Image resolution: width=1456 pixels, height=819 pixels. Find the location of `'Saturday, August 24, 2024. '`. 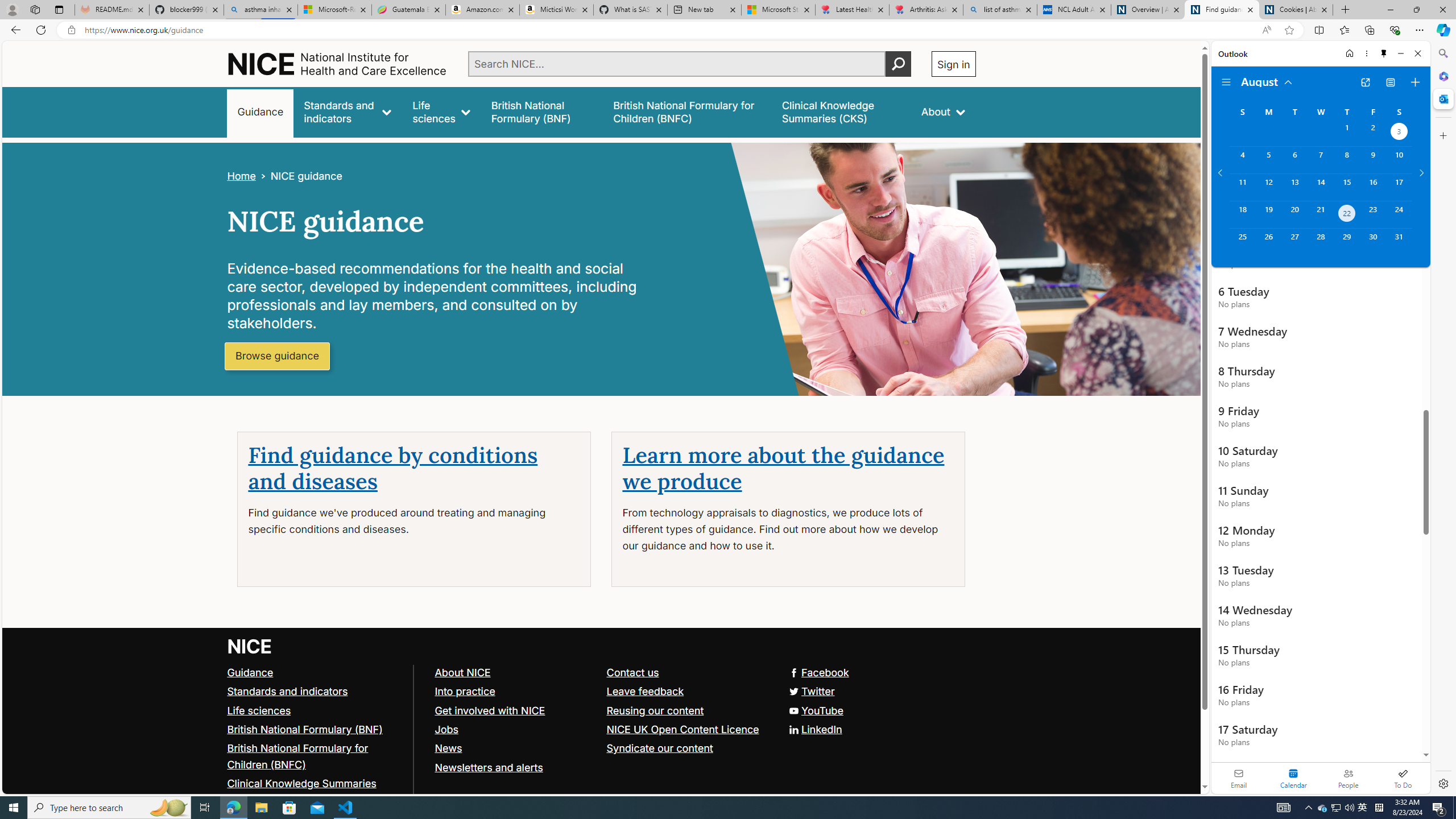

'Saturday, August 24, 2024. ' is located at coordinates (1399, 214).